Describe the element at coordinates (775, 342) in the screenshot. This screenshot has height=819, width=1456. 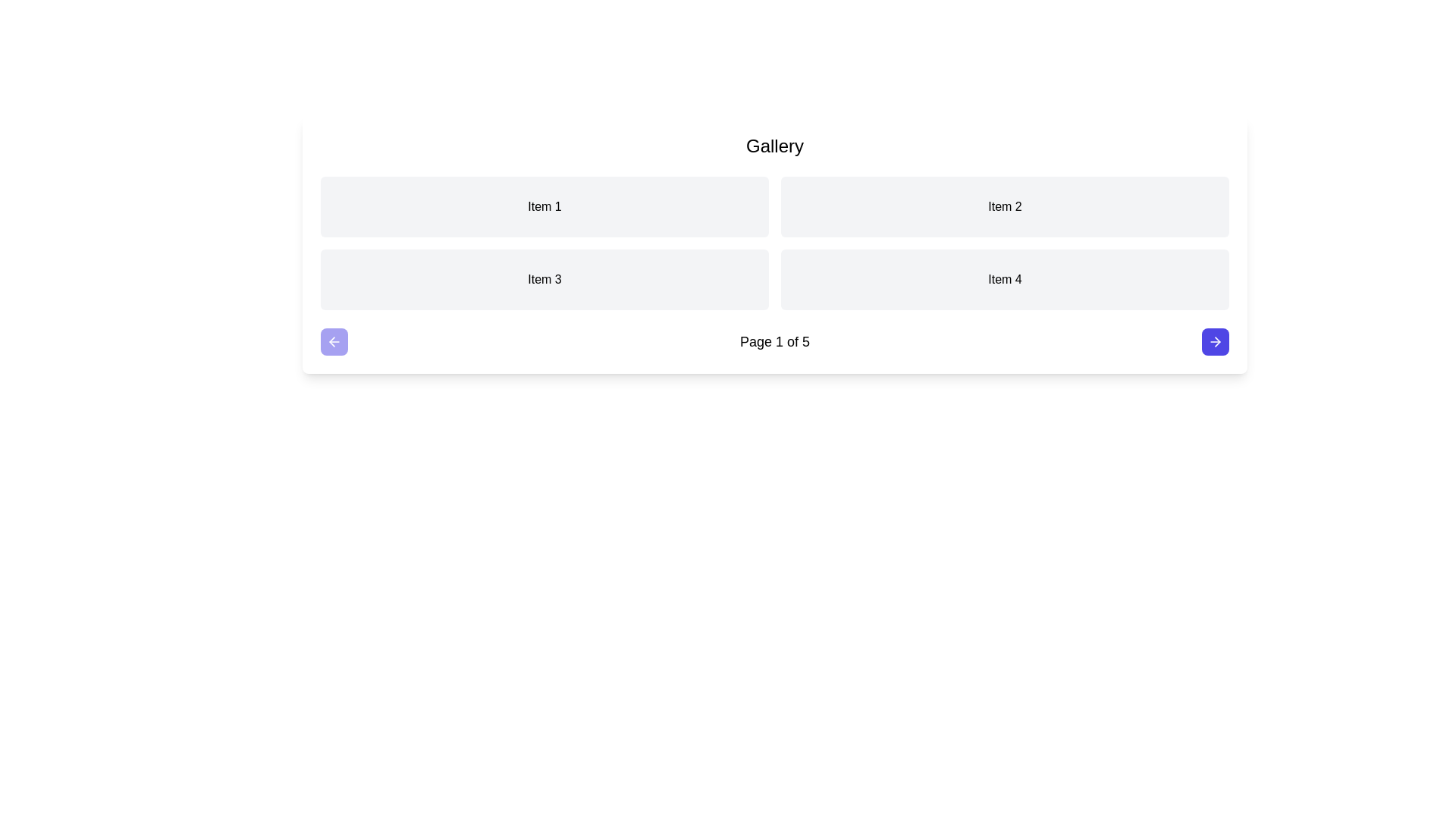
I see `the informational Text label that indicates the current page and total number of pages in the gallery, positioned in the middle of the bottom row between navigation buttons` at that location.